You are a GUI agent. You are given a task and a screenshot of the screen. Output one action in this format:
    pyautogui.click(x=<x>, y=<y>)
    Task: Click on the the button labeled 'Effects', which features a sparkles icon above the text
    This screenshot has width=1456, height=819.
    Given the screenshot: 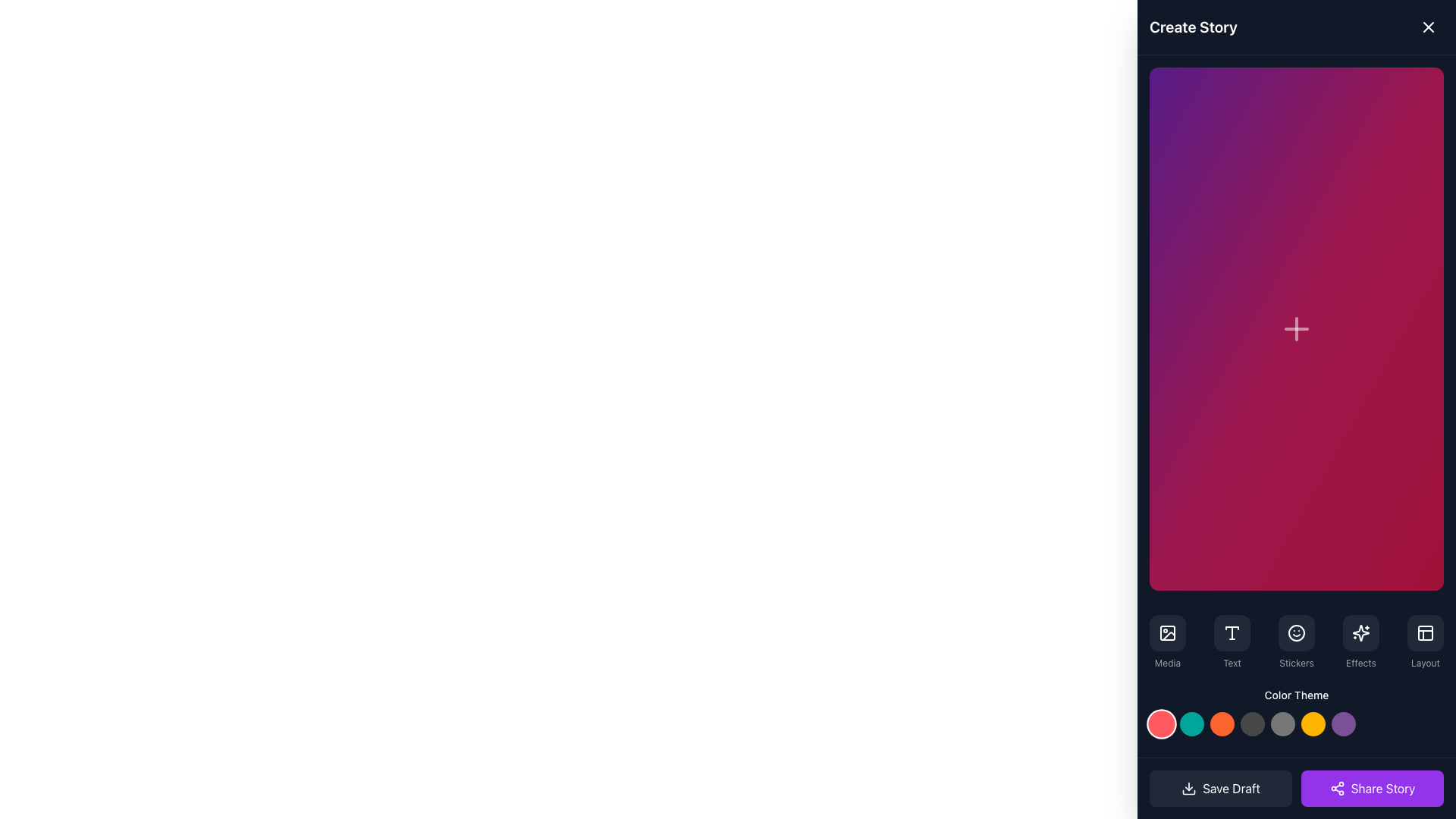 What is the action you would take?
    pyautogui.click(x=1361, y=641)
    